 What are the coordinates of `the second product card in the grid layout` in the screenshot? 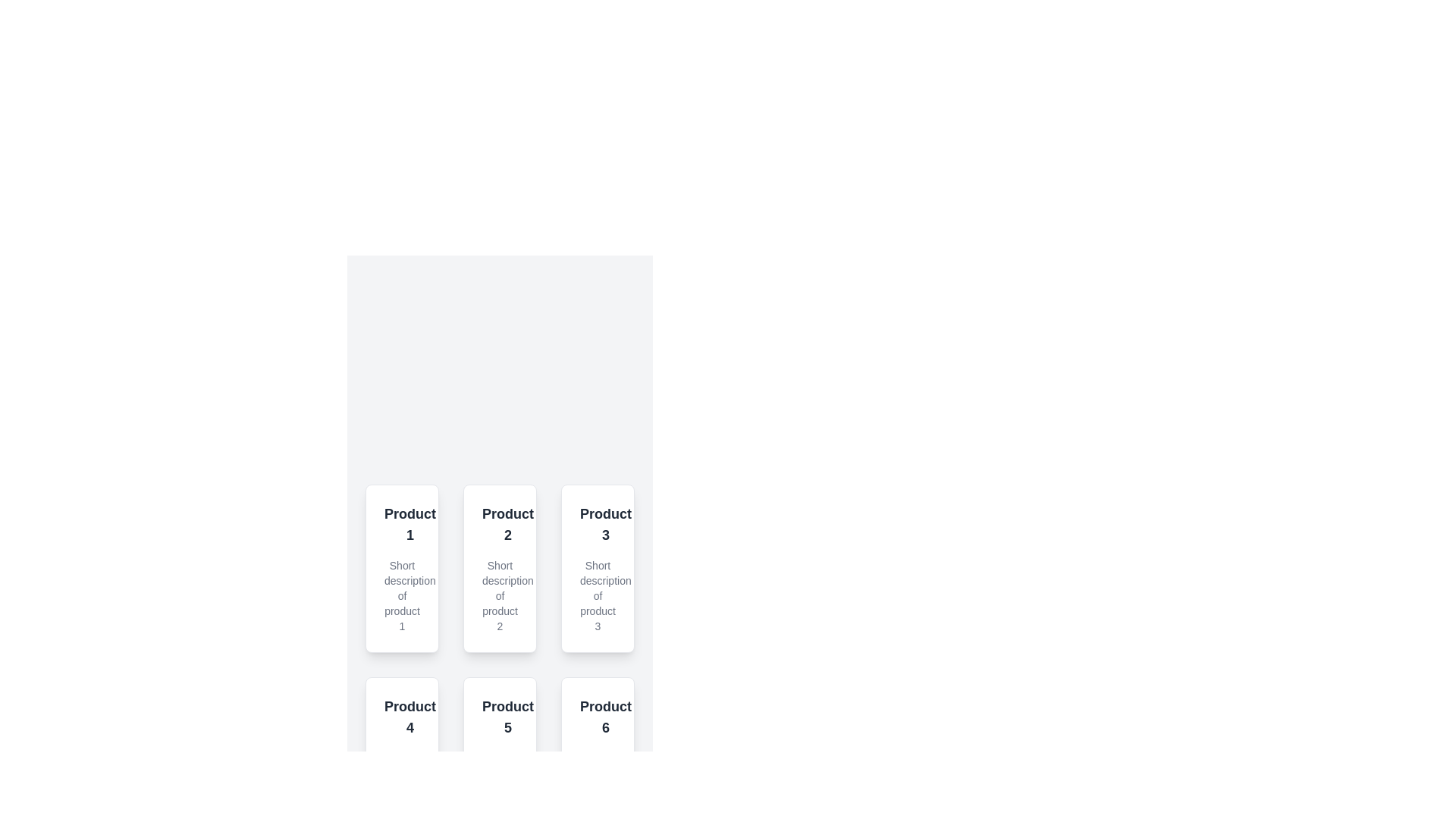 It's located at (500, 568).